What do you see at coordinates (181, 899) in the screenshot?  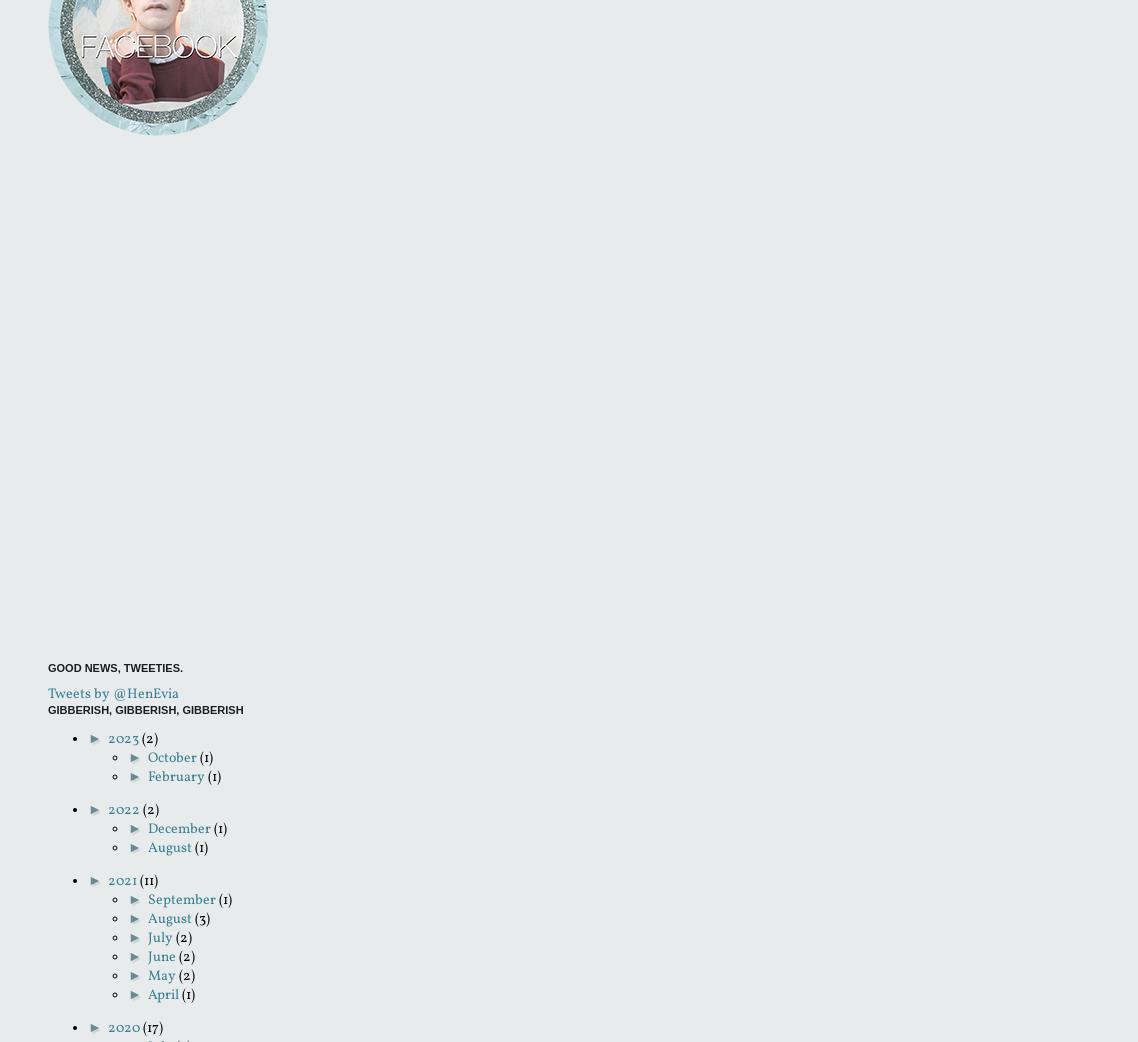 I see `'September'` at bounding box center [181, 899].